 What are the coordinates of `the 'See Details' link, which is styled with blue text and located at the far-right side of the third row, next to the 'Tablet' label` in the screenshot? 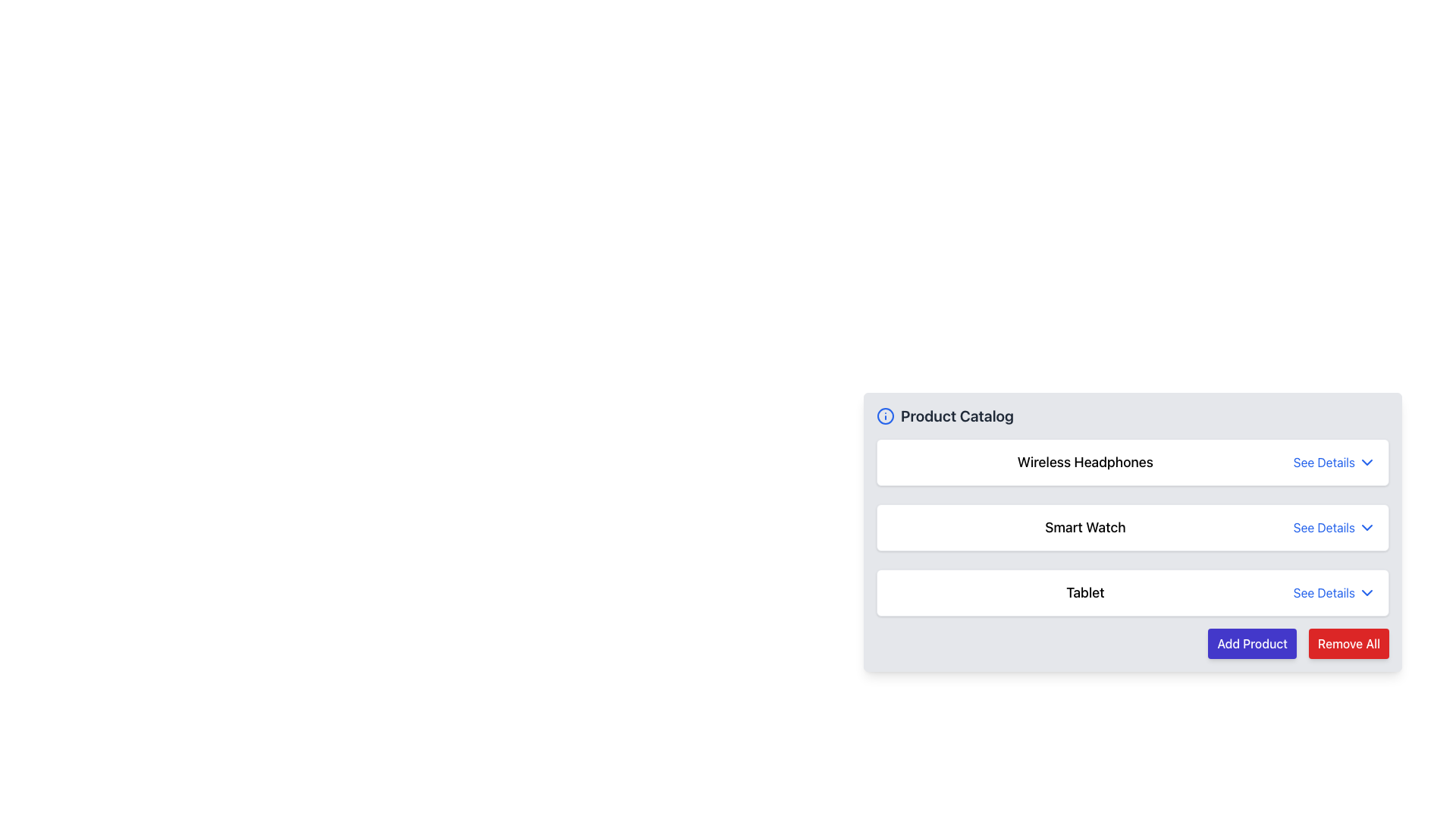 It's located at (1335, 592).